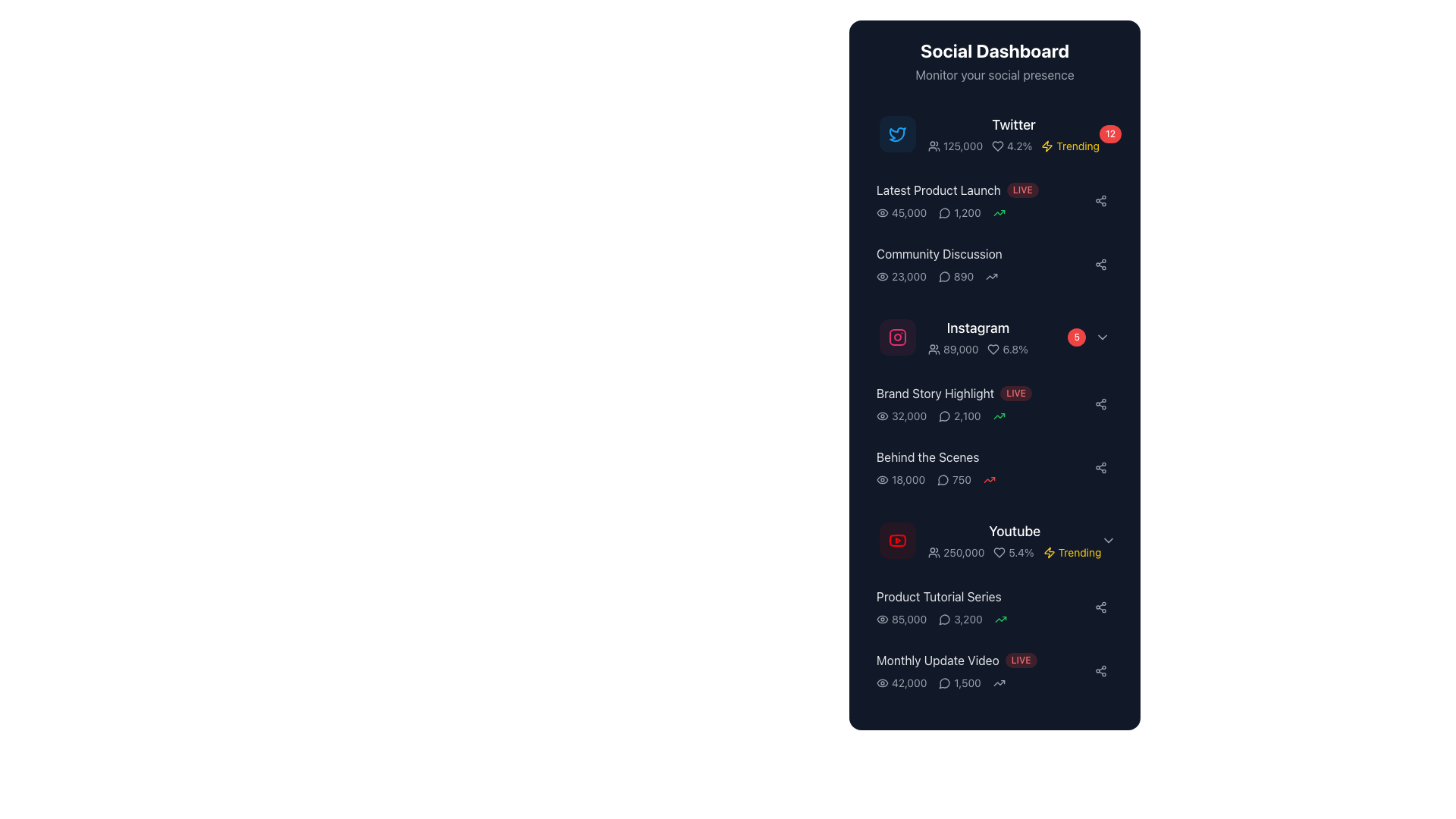  Describe the element at coordinates (1048, 553) in the screenshot. I see `the lightning bolt icon, which is yellow and located next to the text 'Trending' in the Youtube section of the Social Dashboard panel` at that location.